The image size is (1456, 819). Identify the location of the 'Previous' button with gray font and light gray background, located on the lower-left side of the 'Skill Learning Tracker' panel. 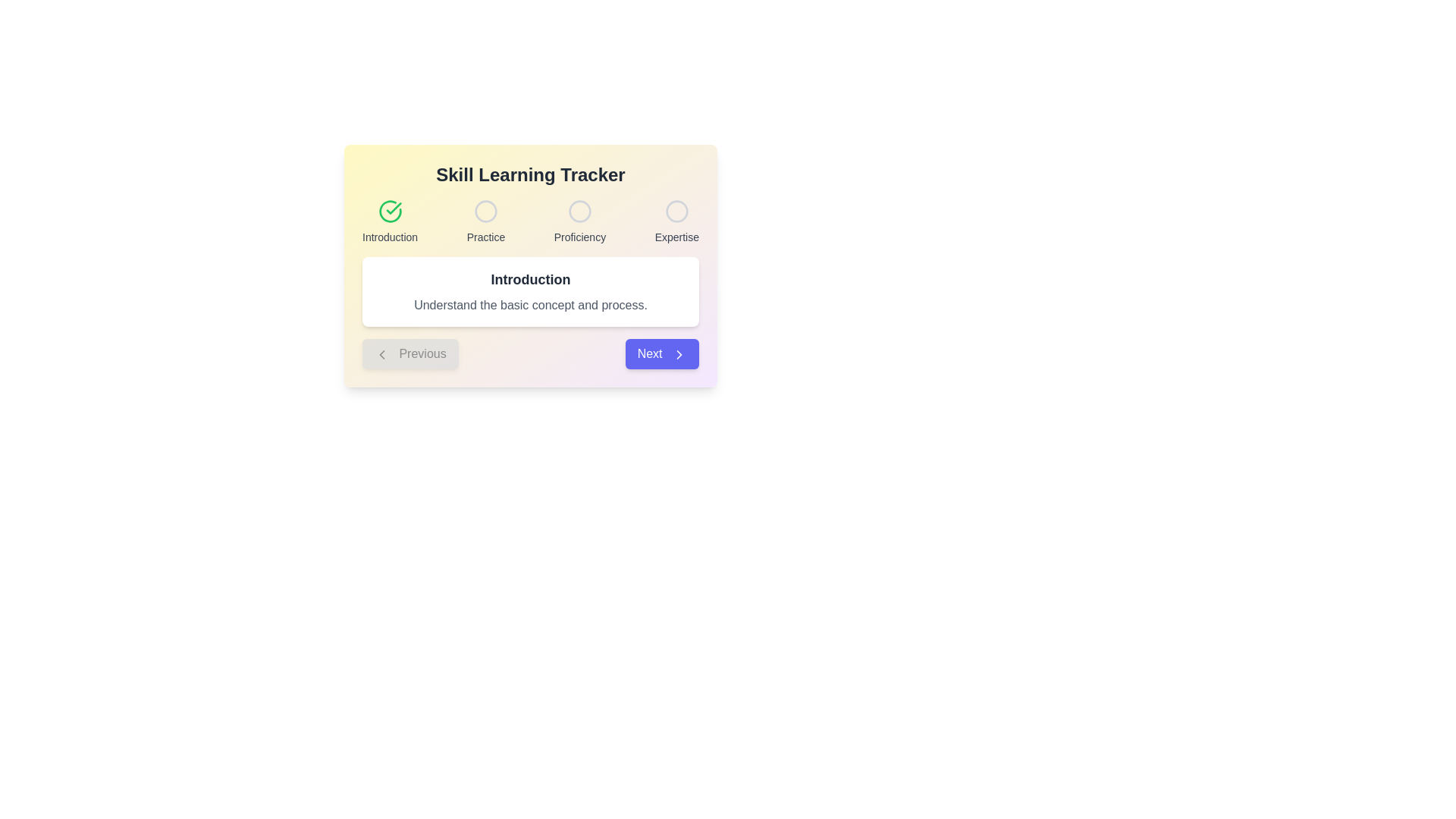
(410, 353).